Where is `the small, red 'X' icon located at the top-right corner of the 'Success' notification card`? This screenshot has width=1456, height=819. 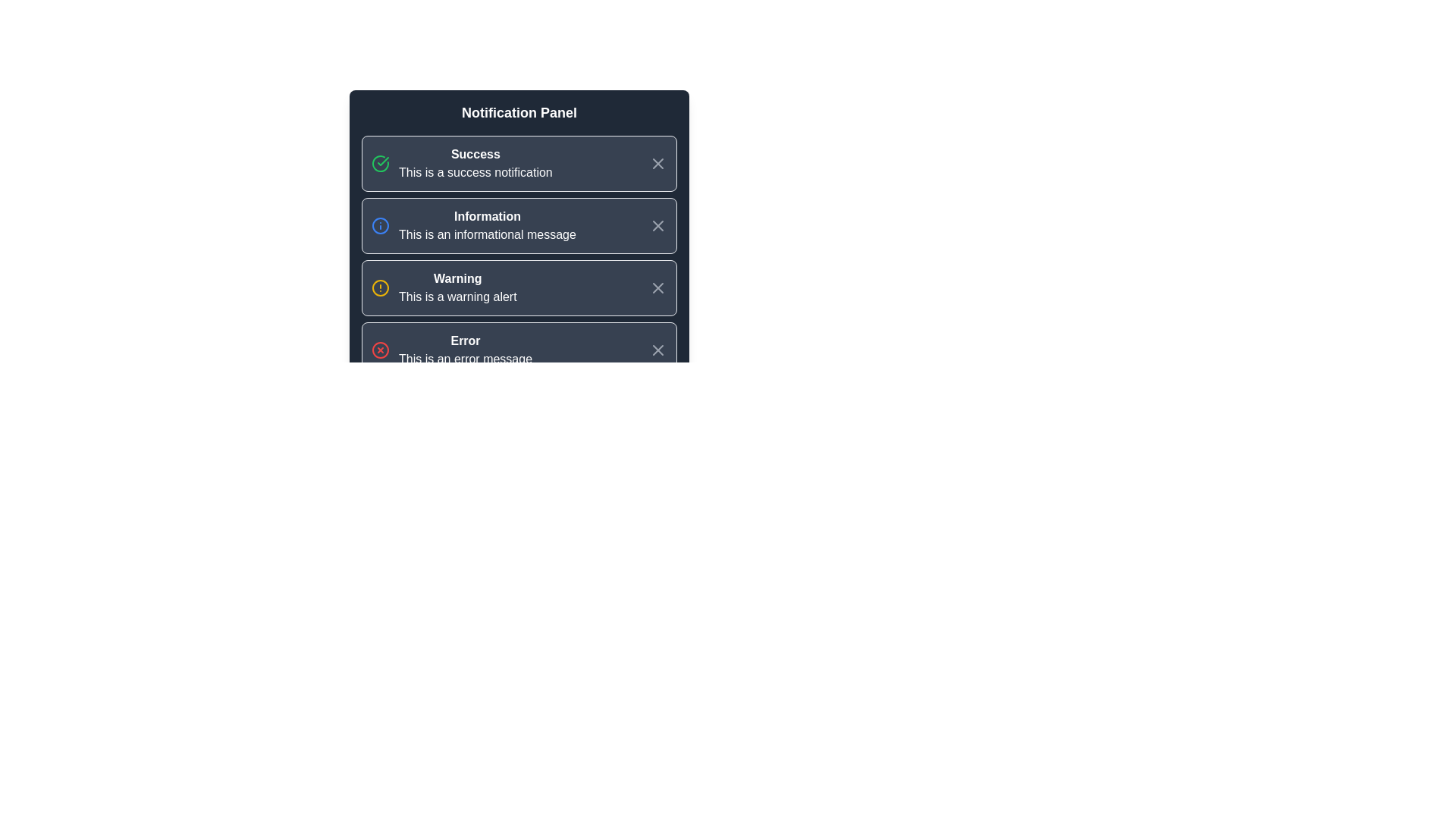
the small, red 'X' icon located at the top-right corner of the 'Success' notification card is located at coordinates (658, 164).